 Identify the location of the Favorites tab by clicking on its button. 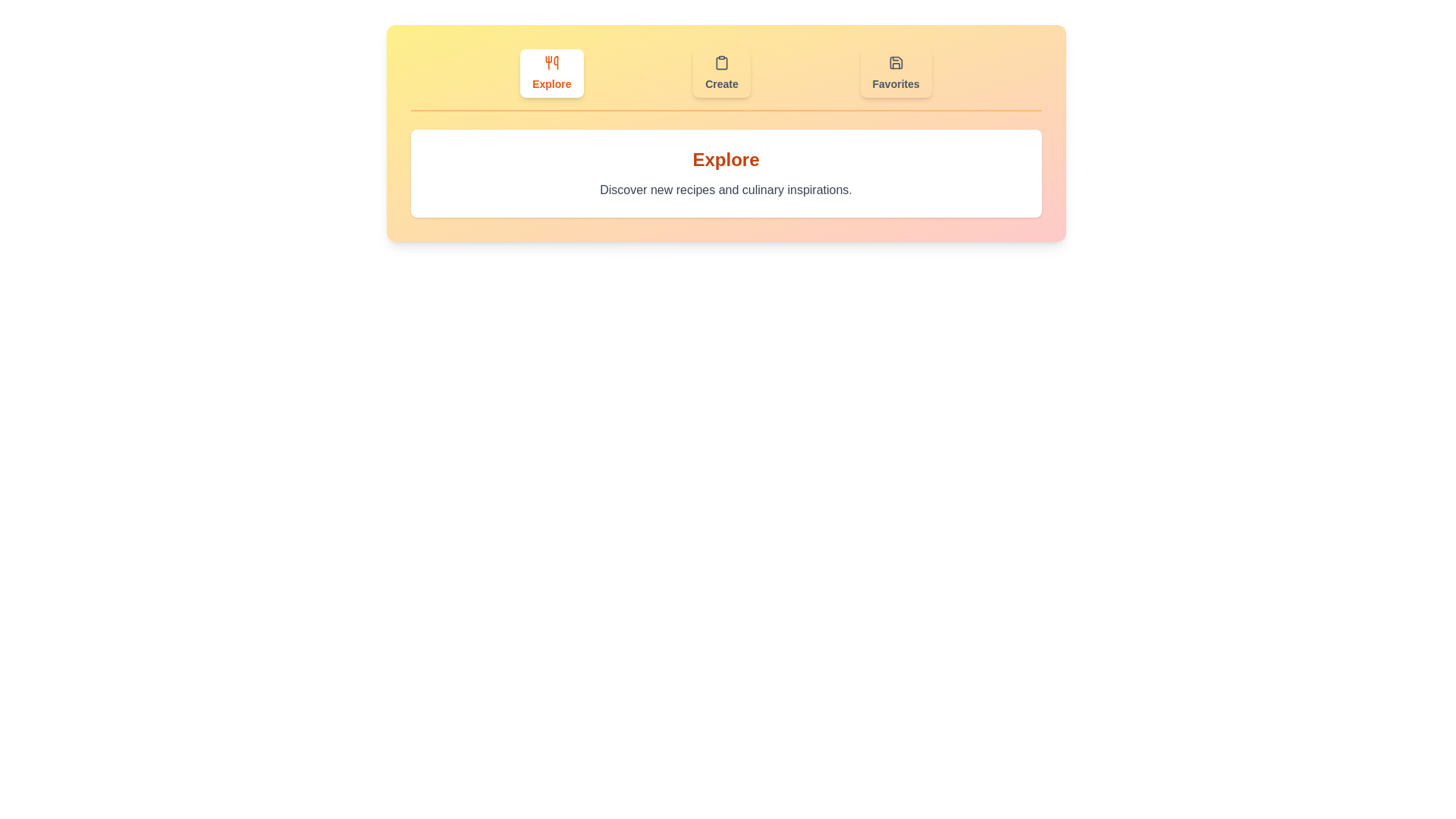
(896, 73).